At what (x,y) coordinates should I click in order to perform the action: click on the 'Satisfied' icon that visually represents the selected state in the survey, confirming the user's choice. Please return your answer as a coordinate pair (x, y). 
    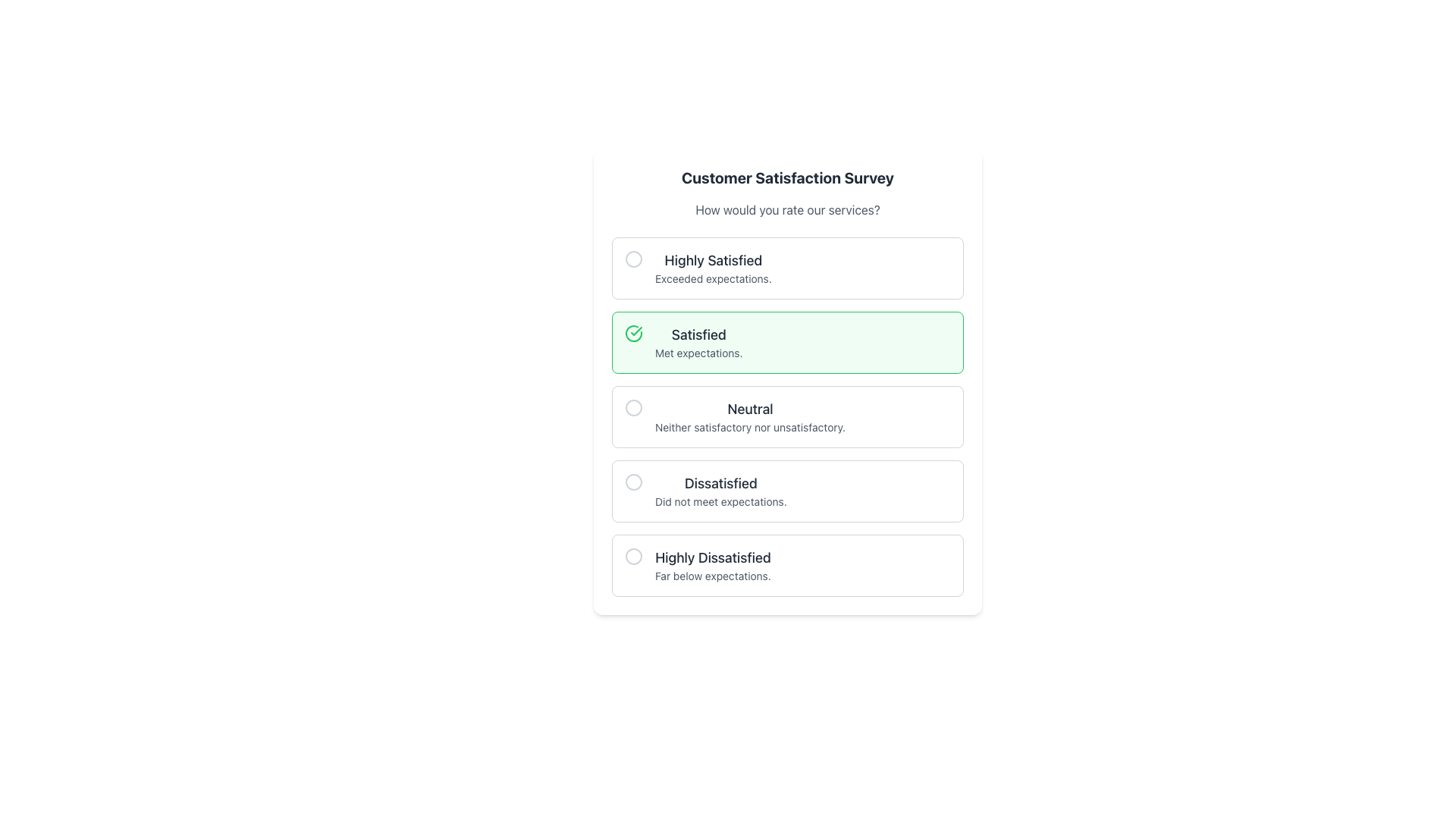
    Looking at the image, I should click on (633, 332).